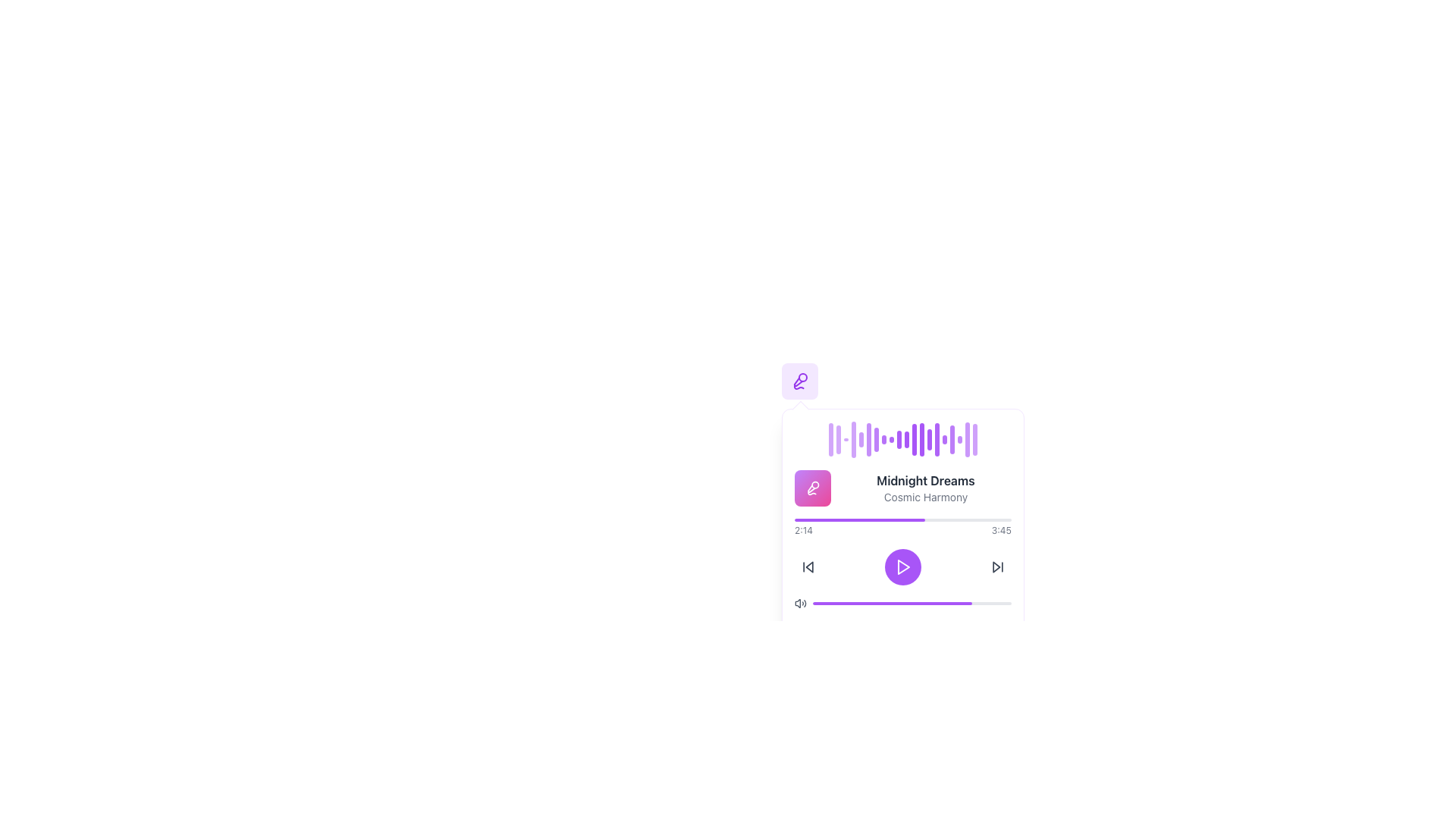 This screenshot has height=819, width=1456. I want to click on the 'skip forward' button located in the bottom-right corner of the music control section, which is the rightmost button in the row of media control icons, so click(997, 567).